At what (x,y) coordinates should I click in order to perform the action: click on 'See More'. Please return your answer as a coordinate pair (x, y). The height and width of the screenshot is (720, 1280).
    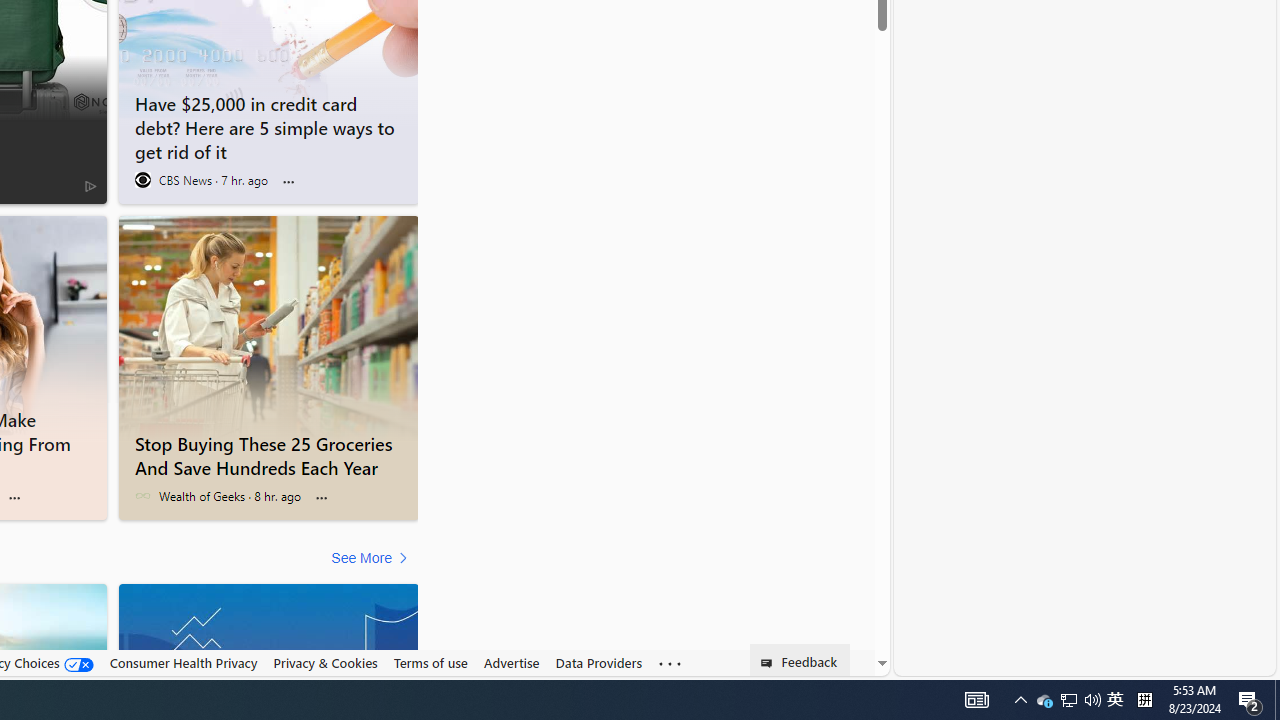
    Looking at the image, I should click on (372, 558).